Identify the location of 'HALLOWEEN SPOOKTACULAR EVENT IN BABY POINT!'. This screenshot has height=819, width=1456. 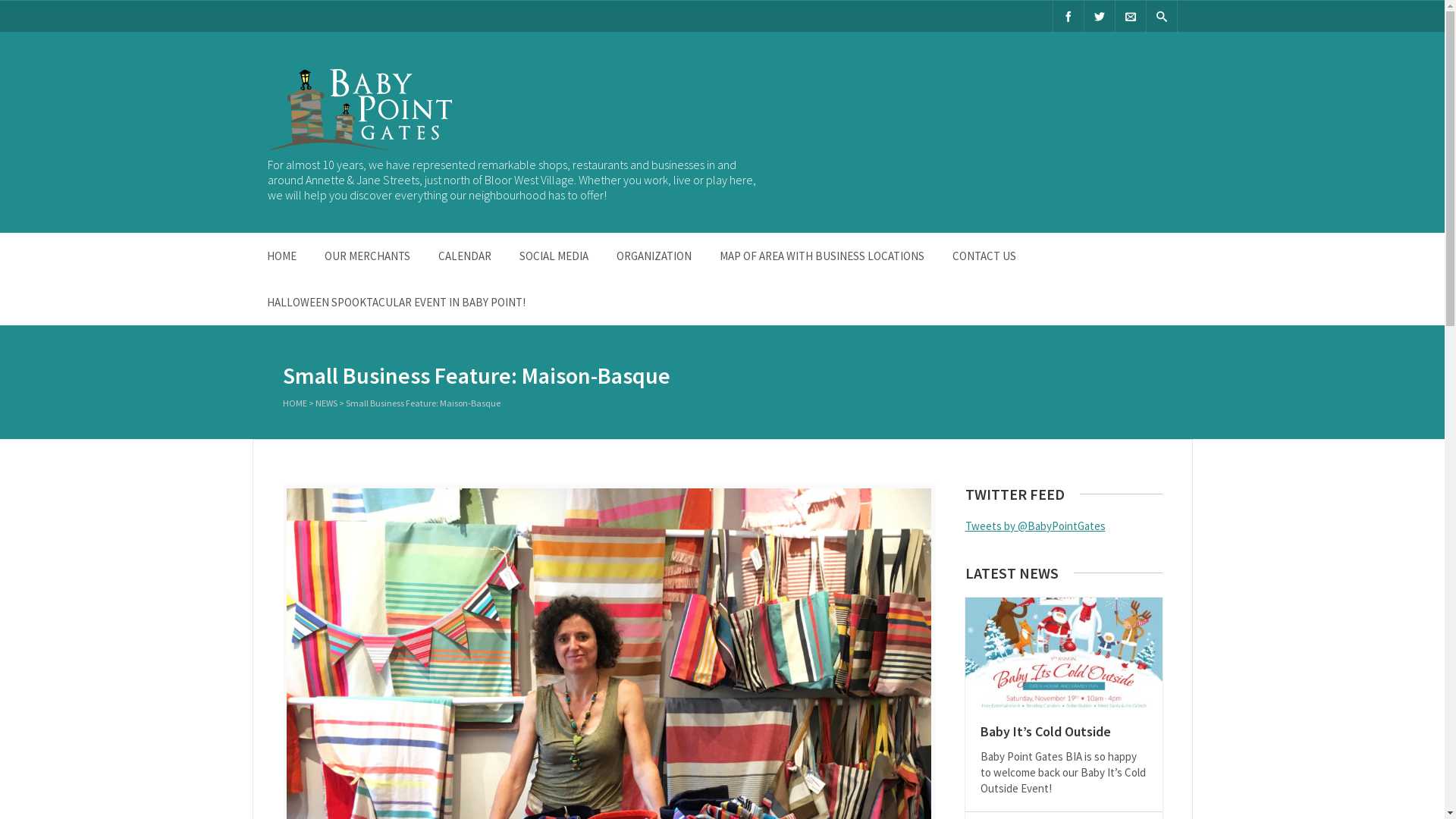
(251, 302).